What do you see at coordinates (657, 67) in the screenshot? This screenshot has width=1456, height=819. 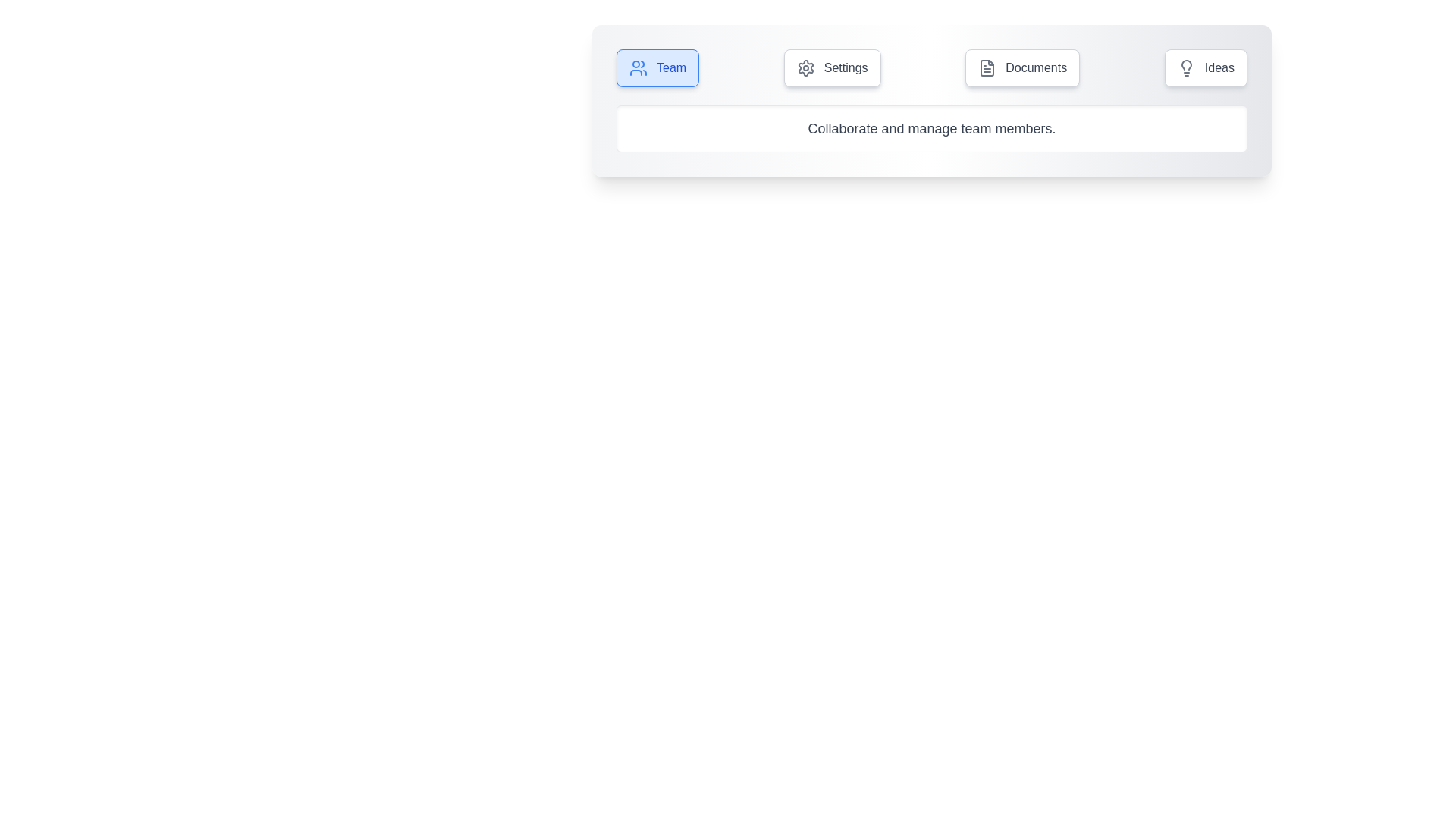 I see `the tab labeled Team to view its content` at bounding box center [657, 67].